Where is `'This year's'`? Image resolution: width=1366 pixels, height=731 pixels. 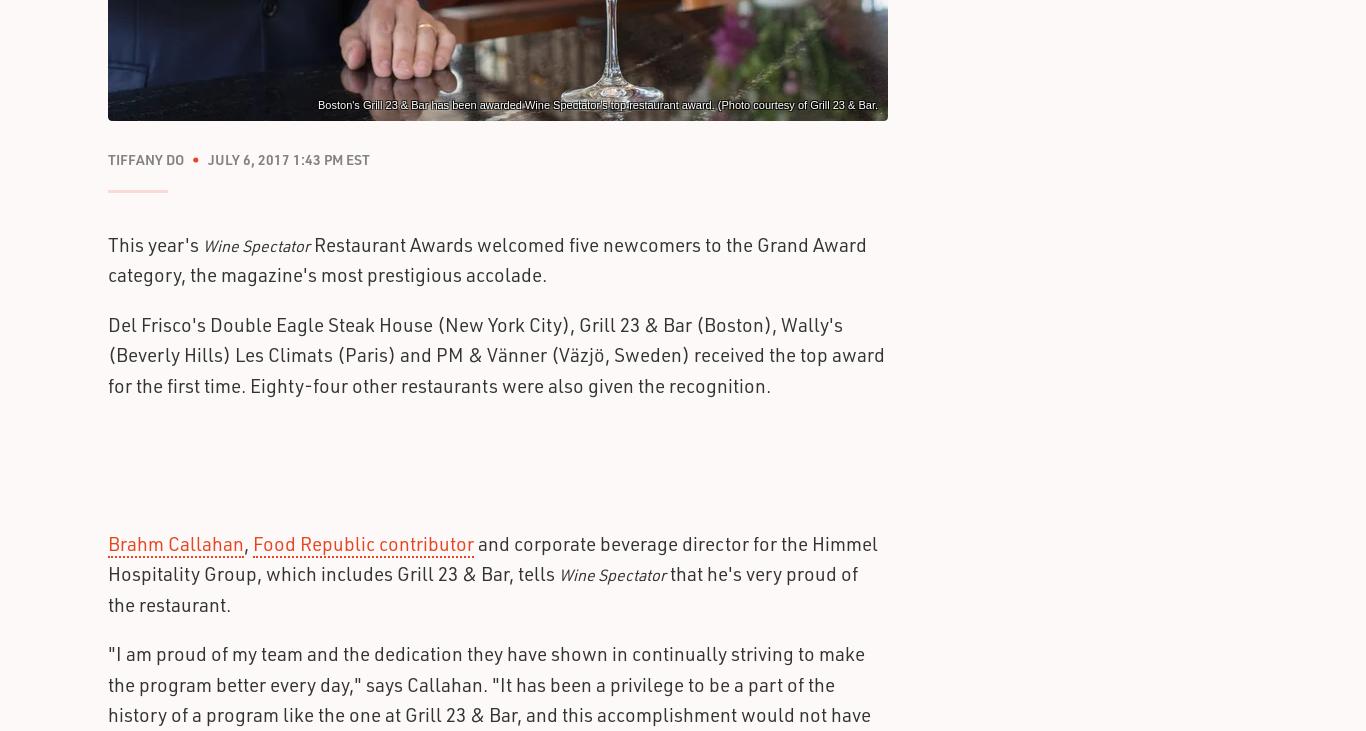
'This year's' is located at coordinates (154, 243).